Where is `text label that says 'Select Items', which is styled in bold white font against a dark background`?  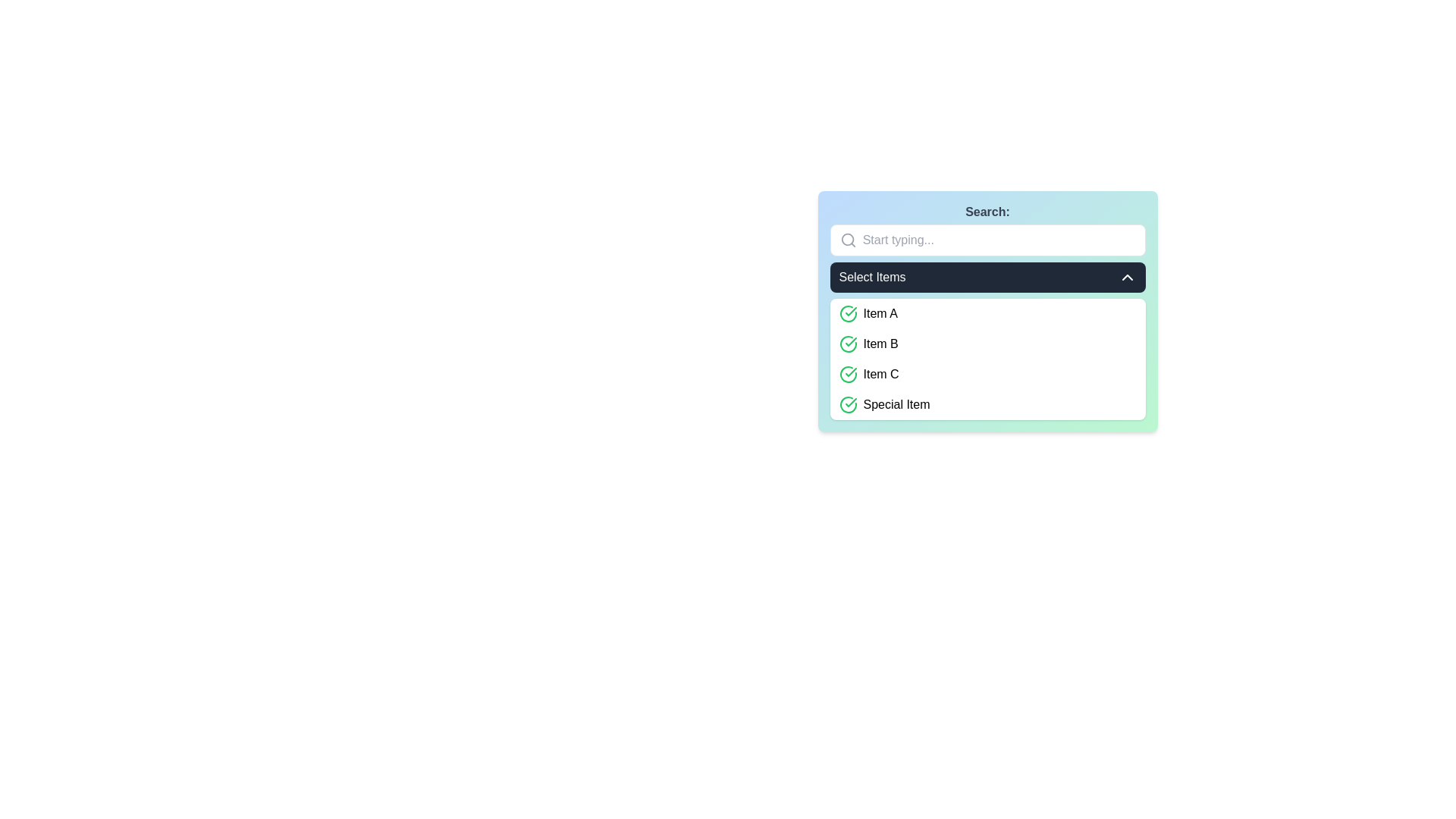 text label that says 'Select Items', which is styled in bold white font against a dark background is located at coordinates (872, 278).